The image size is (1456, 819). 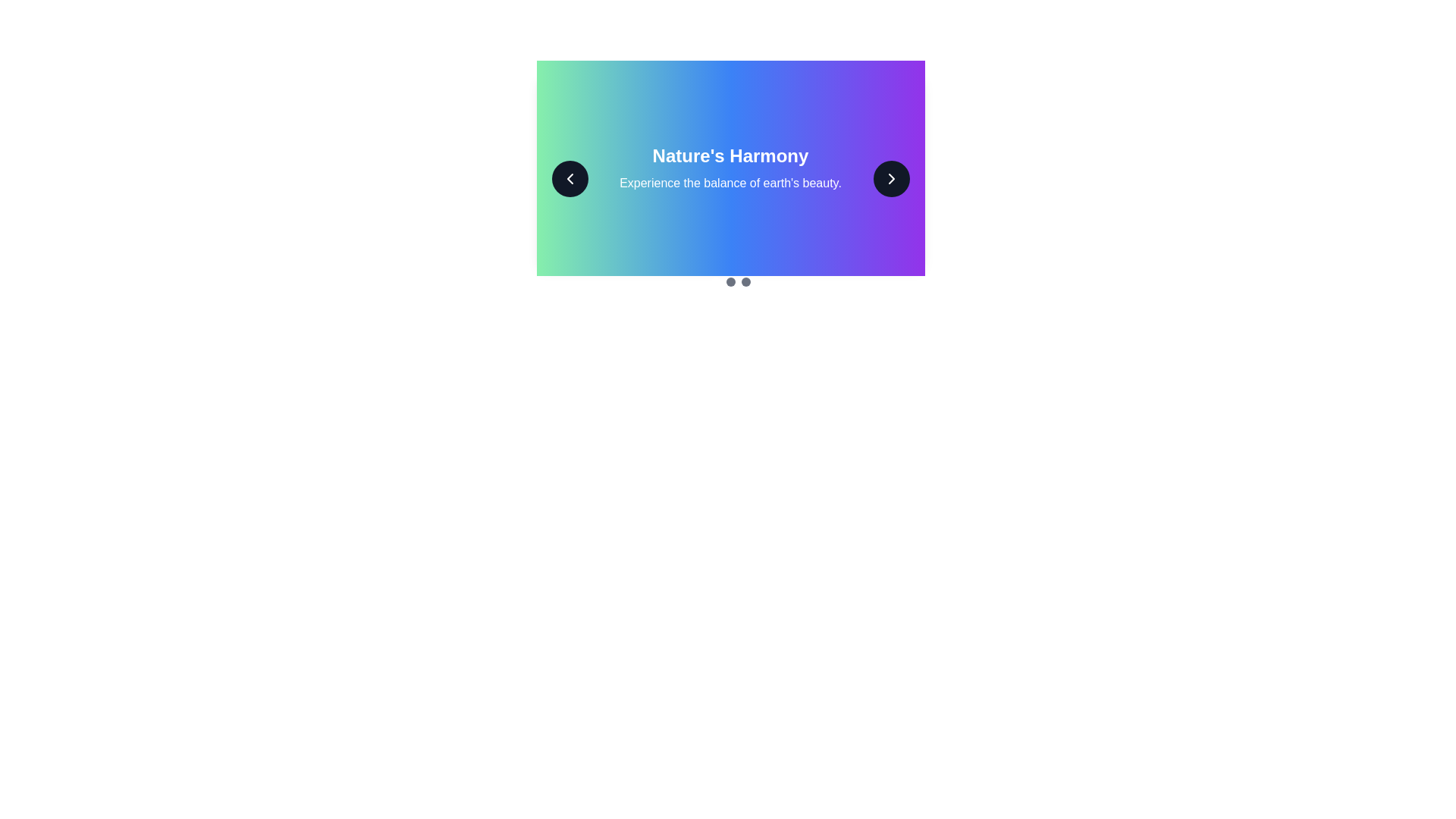 What do you see at coordinates (569, 177) in the screenshot?
I see `the left navigation button adjacent to the text 'Nature's Harmony'` at bounding box center [569, 177].